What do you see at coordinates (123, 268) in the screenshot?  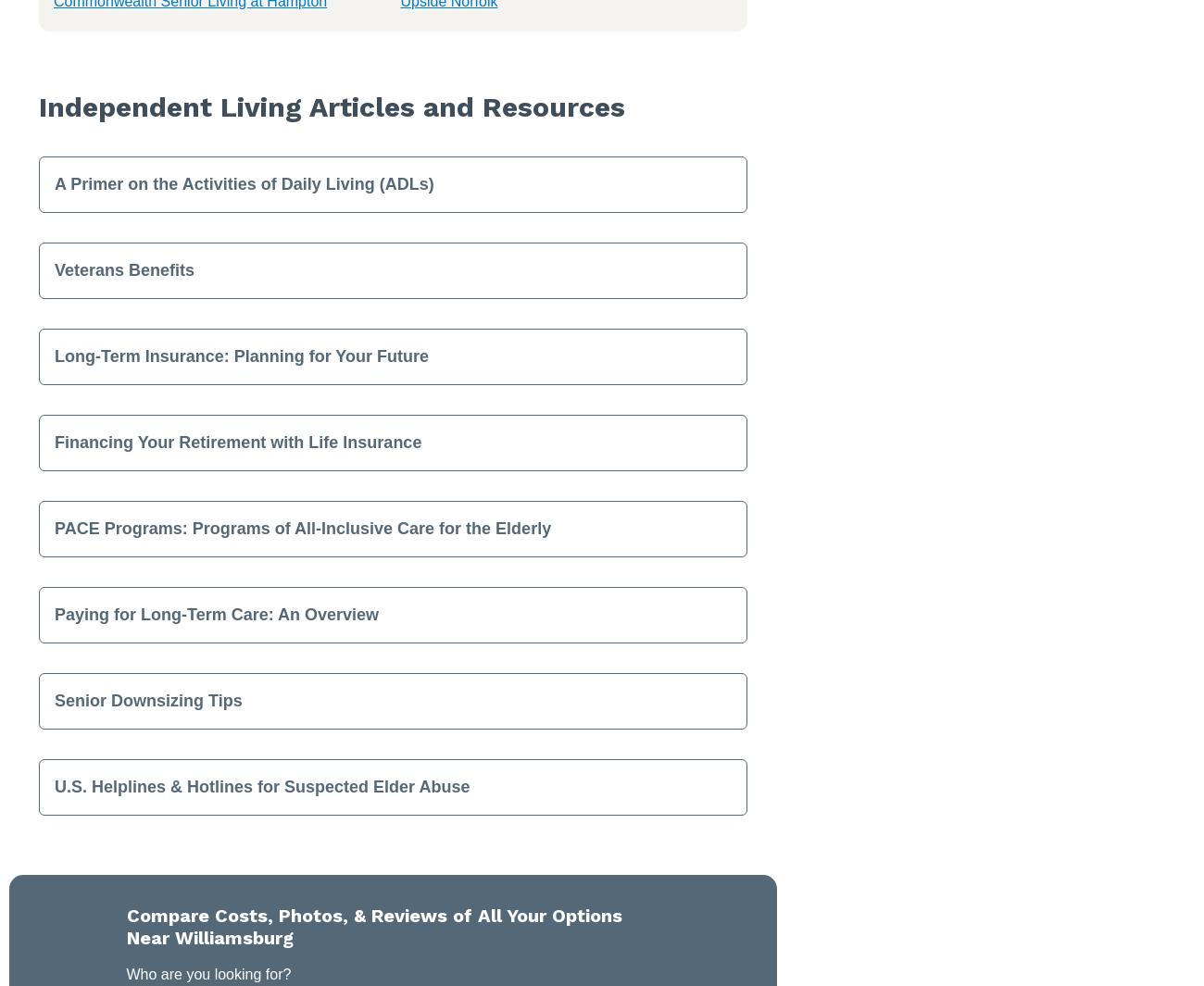 I see `'Veterans Benefits'` at bounding box center [123, 268].